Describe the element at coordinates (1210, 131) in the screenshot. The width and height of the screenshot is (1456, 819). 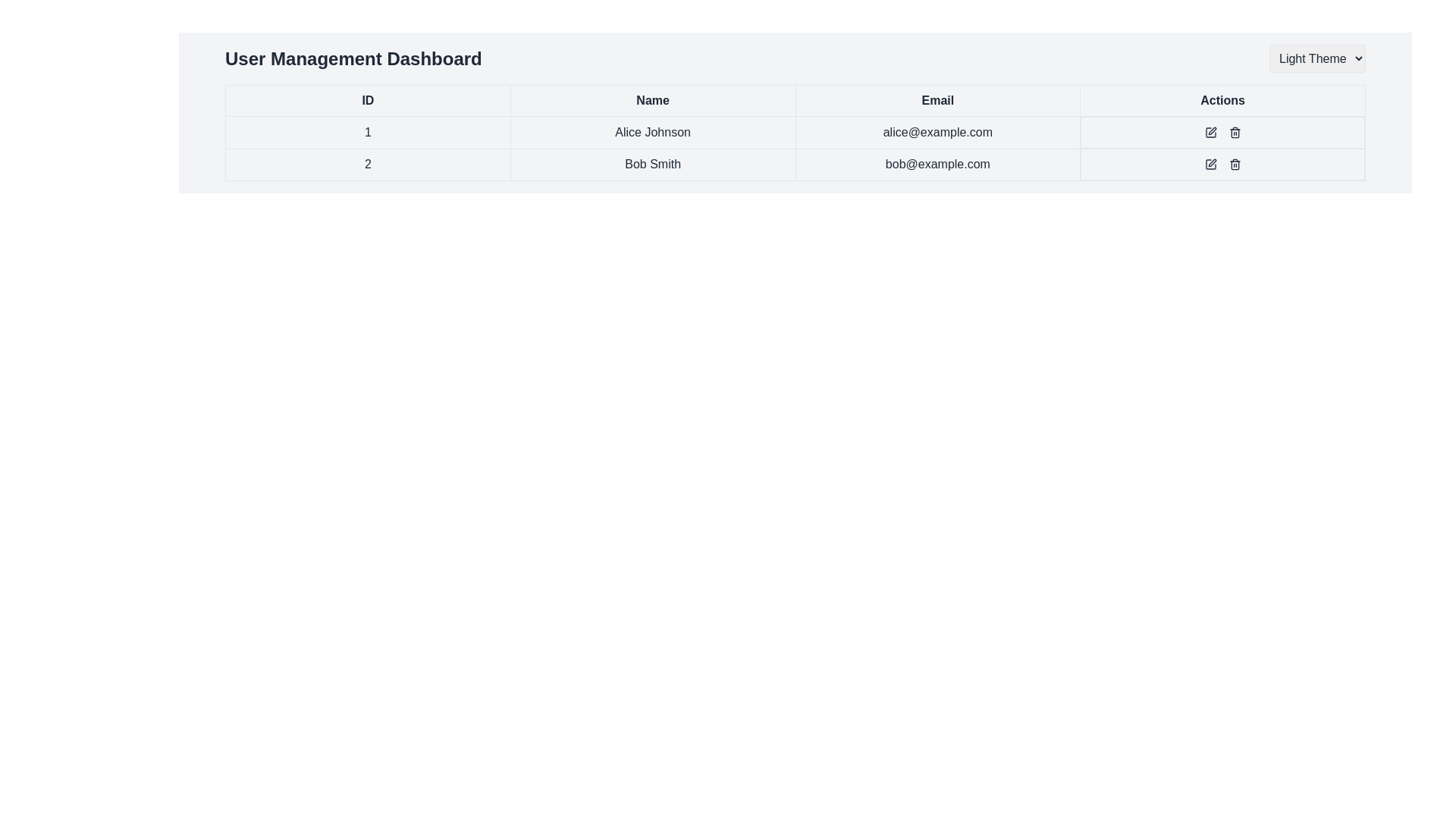
I see `the SVG edit icon in the Actions column of the User Management Dashboard for user 'Alice Johnson'` at that location.